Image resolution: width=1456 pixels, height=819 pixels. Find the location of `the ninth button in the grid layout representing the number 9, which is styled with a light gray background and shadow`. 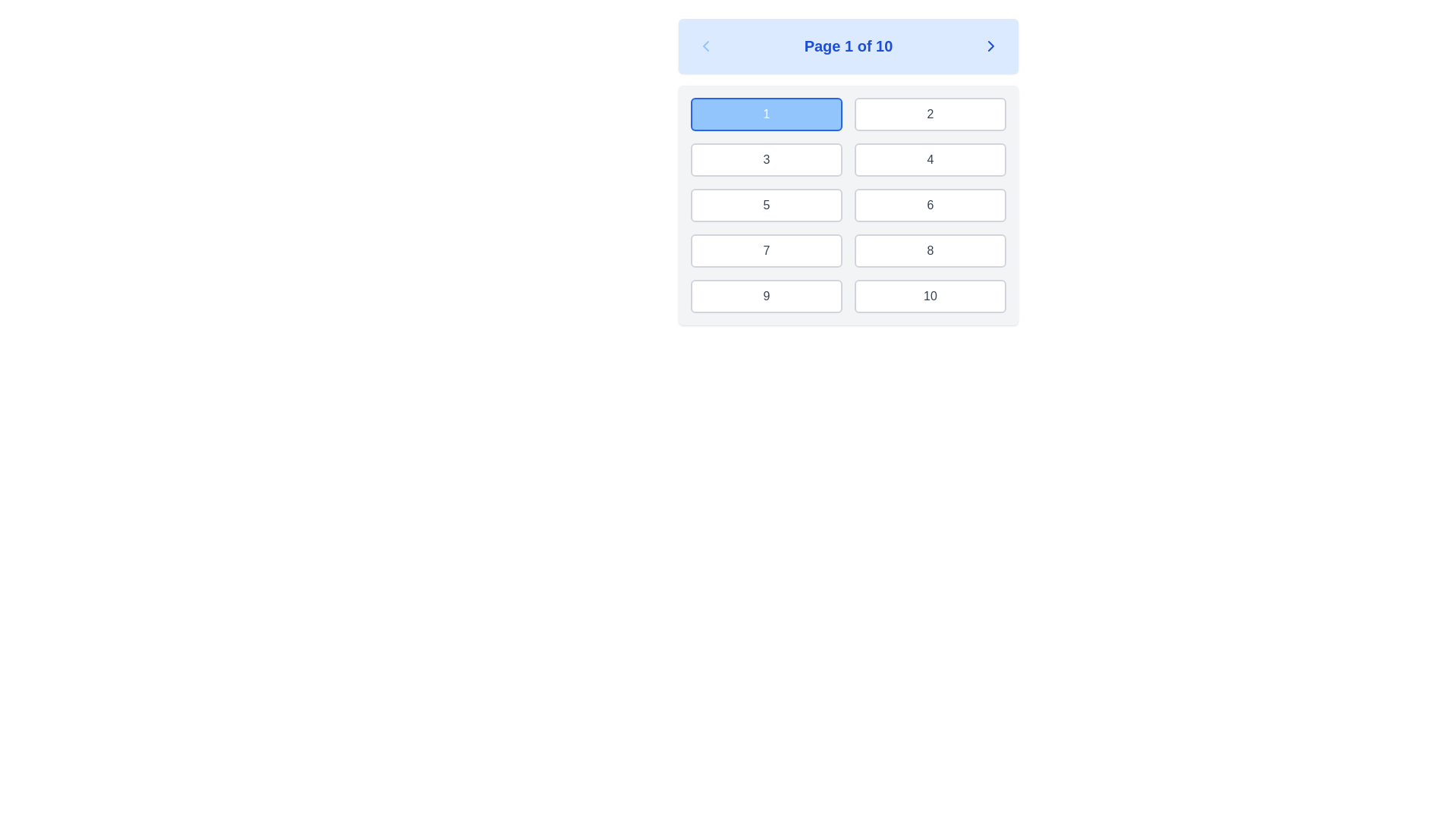

the ninth button in the grid layout representing the number 9, which is styled with a light gray background and shadow is located at coordinates (767, 296).